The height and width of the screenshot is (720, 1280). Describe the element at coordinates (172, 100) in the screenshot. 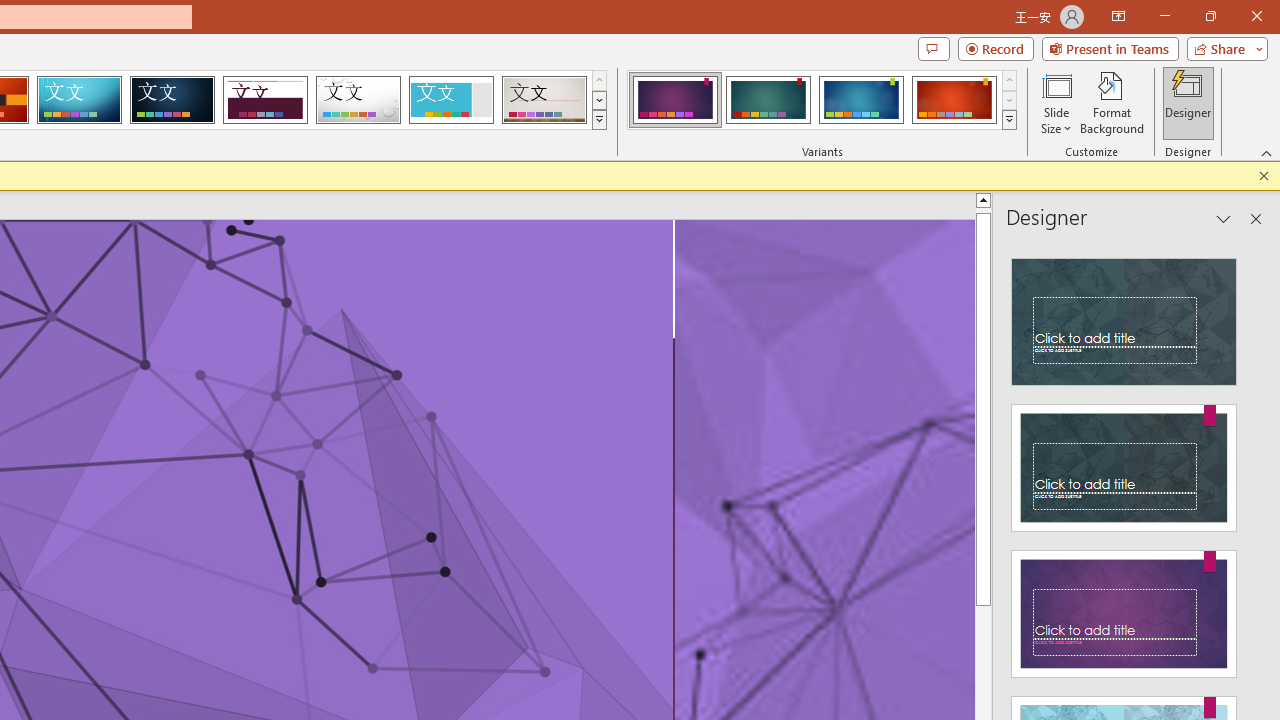

I see `'Damask'` at that location.